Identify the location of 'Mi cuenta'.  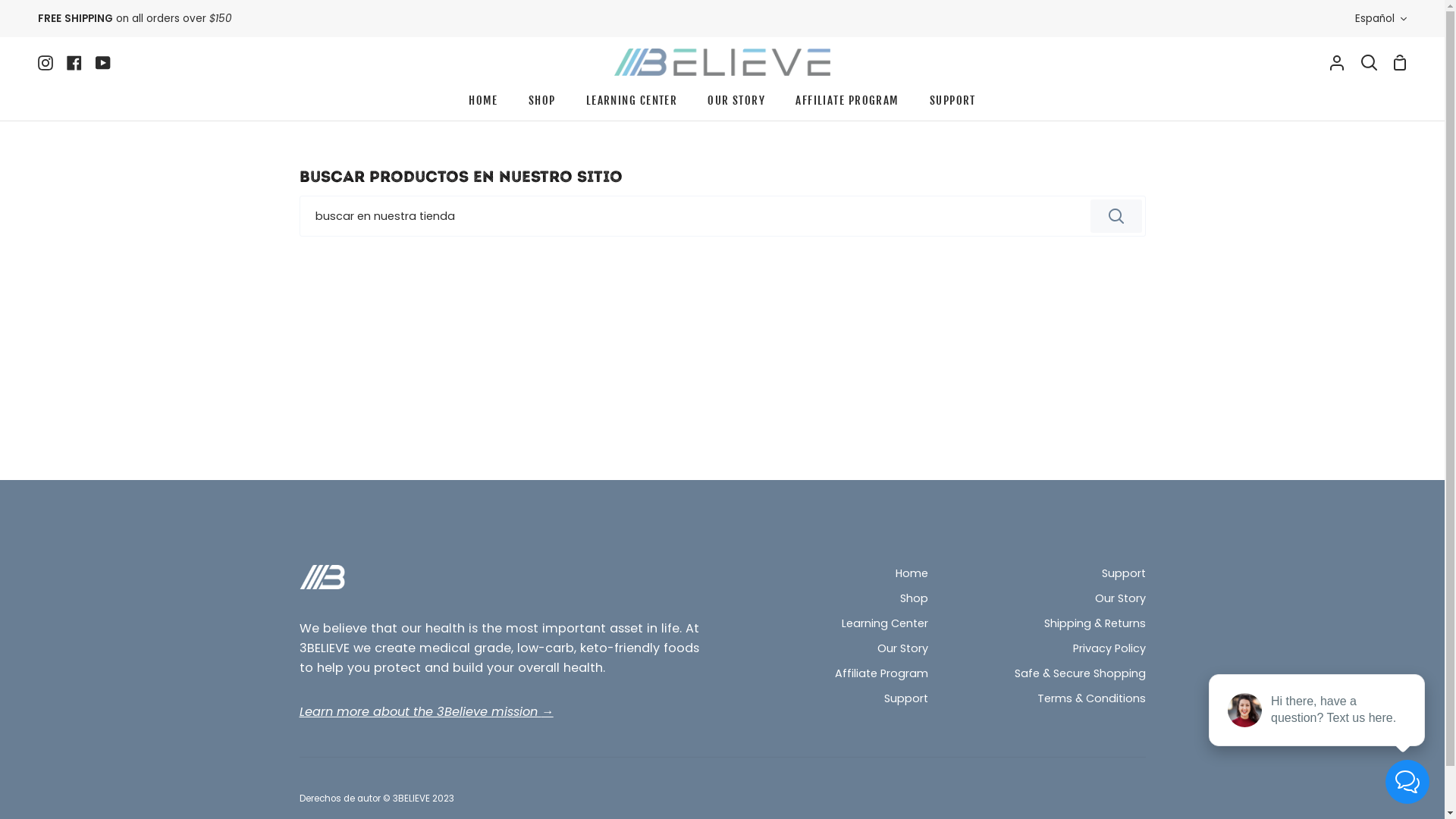
(1336, 61).